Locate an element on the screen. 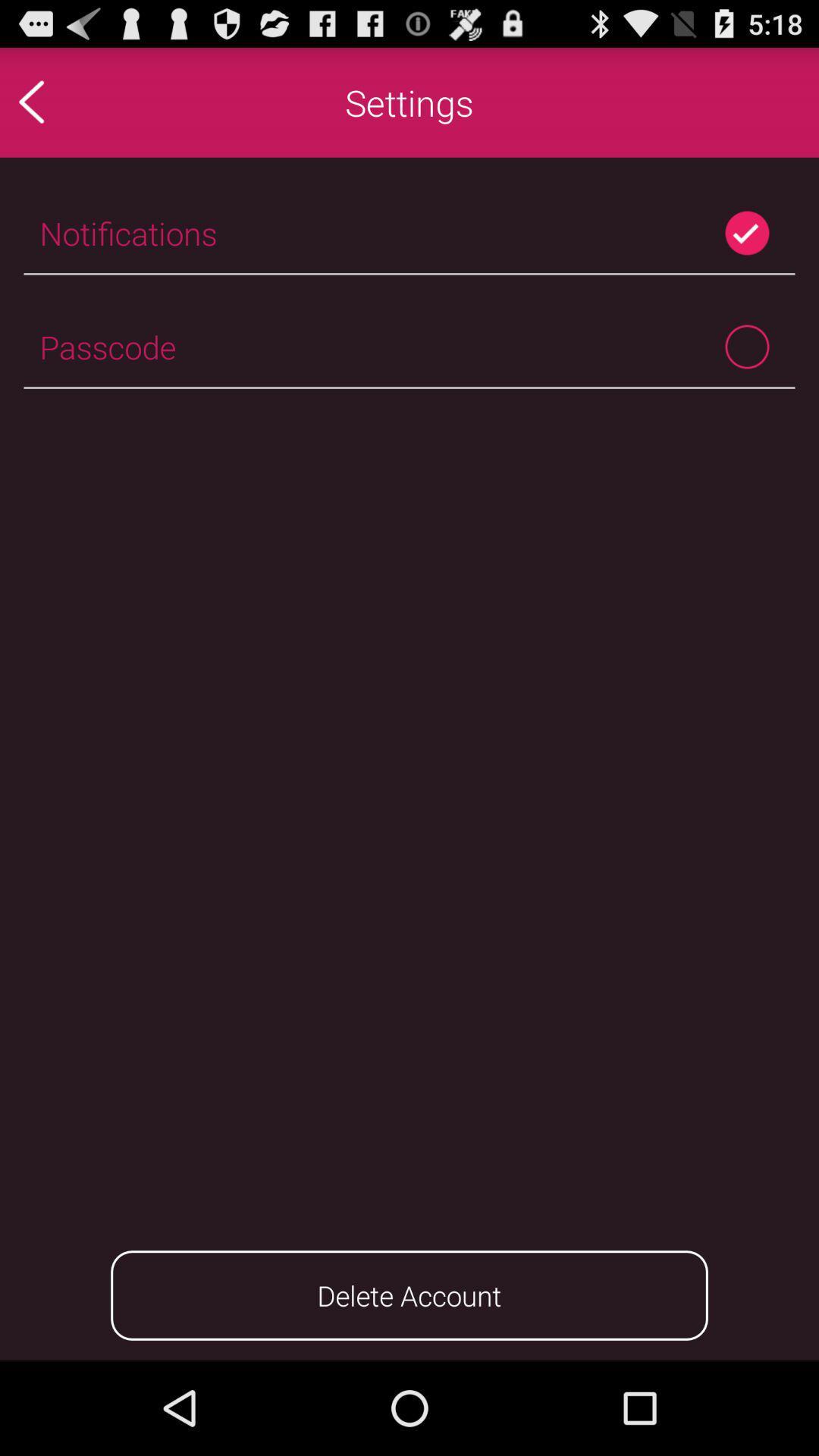 The image size is (819, 1456). the icon next to passcode icon is located at coordinates (746, 346).